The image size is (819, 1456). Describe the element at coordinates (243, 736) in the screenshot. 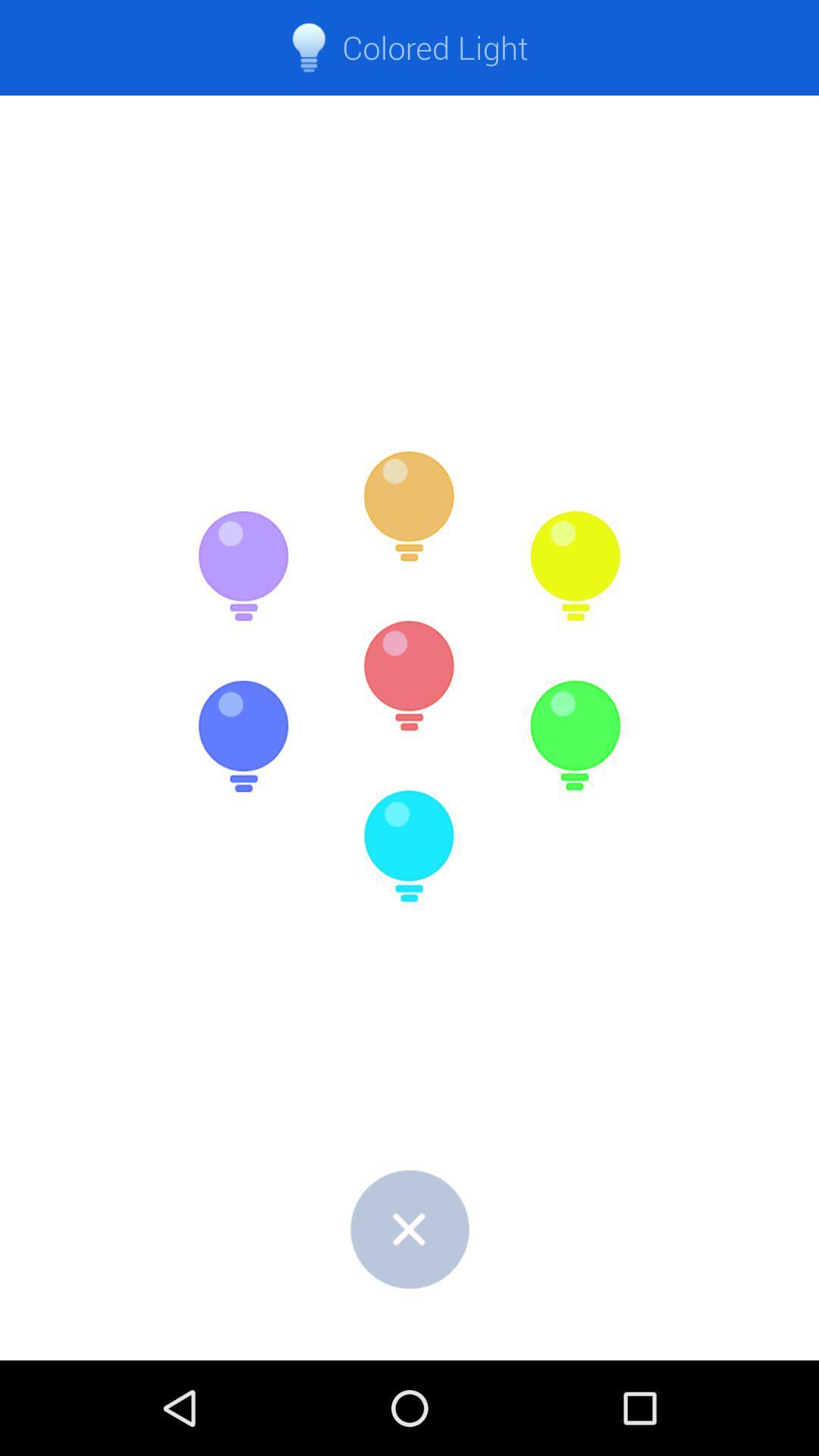

I see `light` at that location.